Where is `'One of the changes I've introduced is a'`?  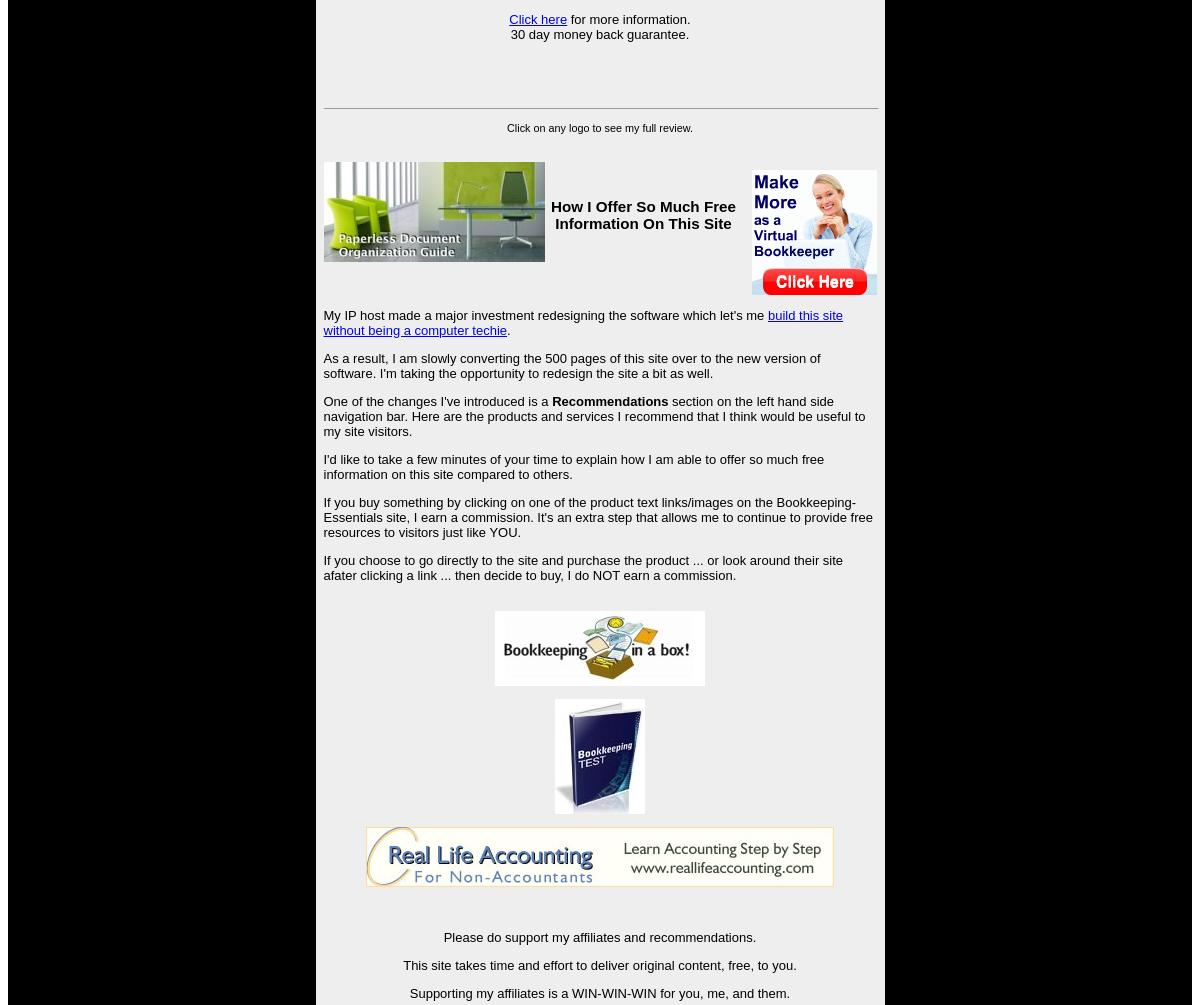 'One of the changes I've introduced is a' is located at coordinates (323, 400).